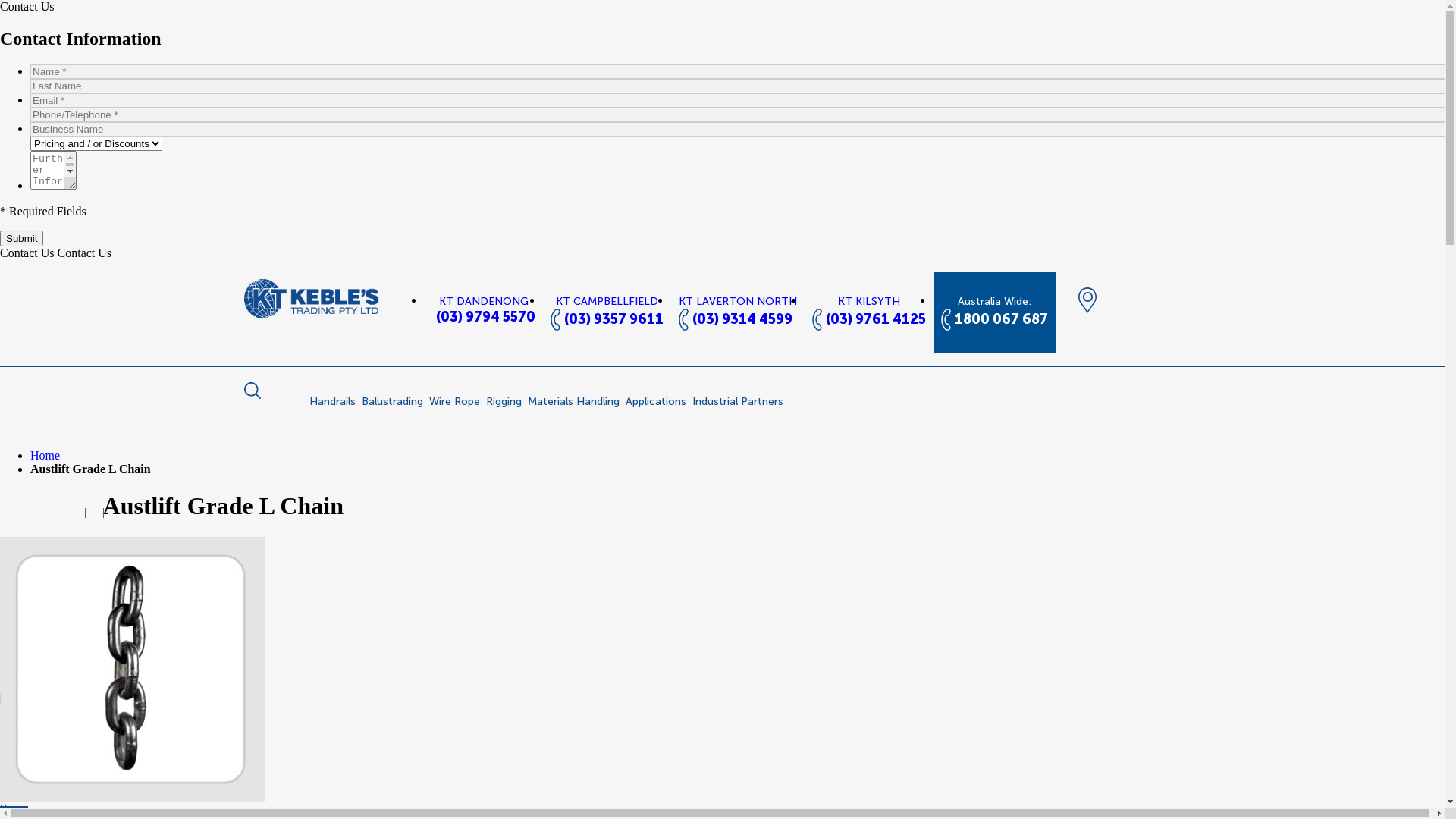 This screenshot has height=819, width=1456. What do you see at coordinates (868, 312) in the screenshot?
I see `'KT KILSYTH` at bounding box center [868, 312].